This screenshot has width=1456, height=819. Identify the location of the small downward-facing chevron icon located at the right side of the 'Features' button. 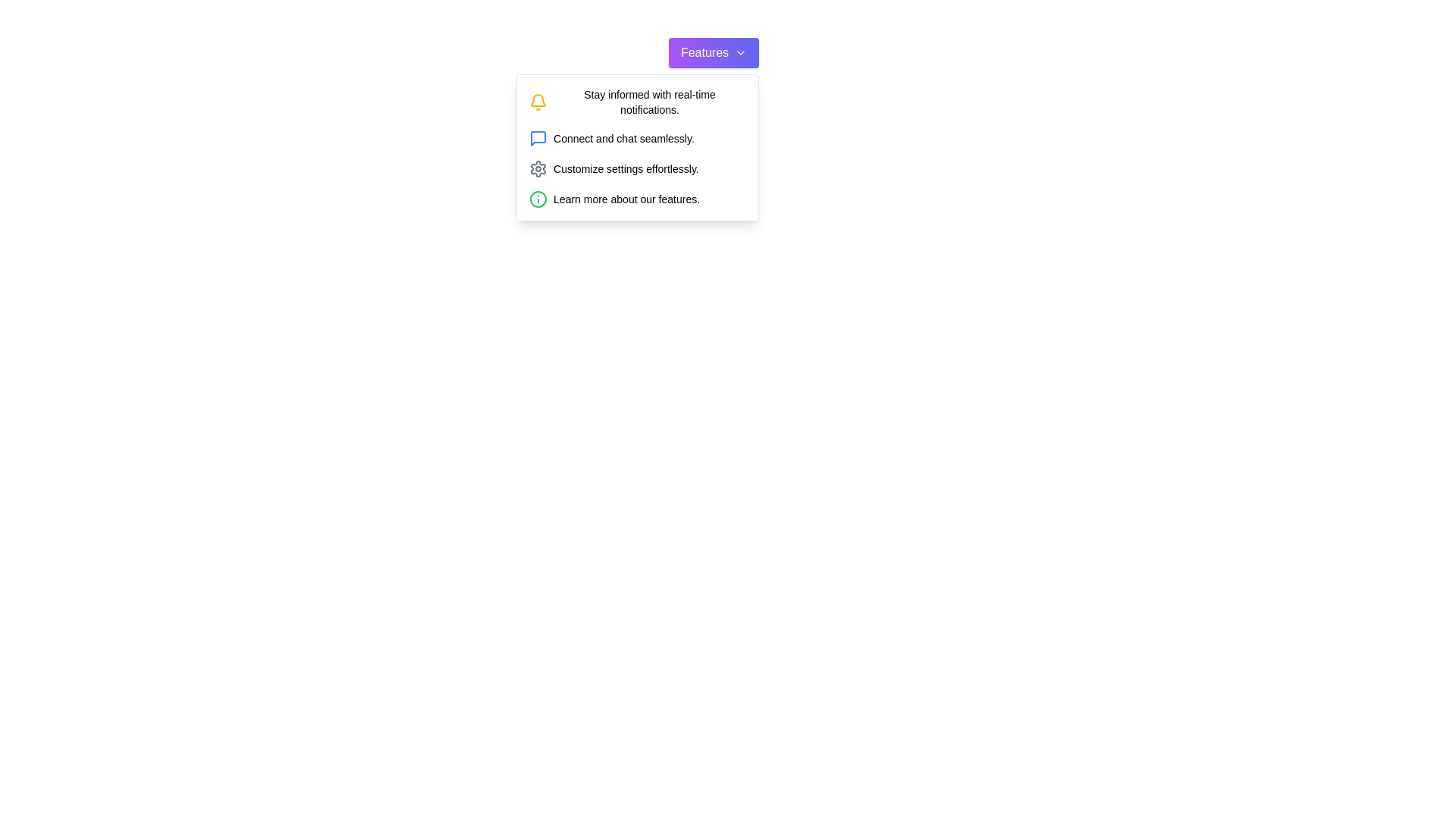
(741, 52).